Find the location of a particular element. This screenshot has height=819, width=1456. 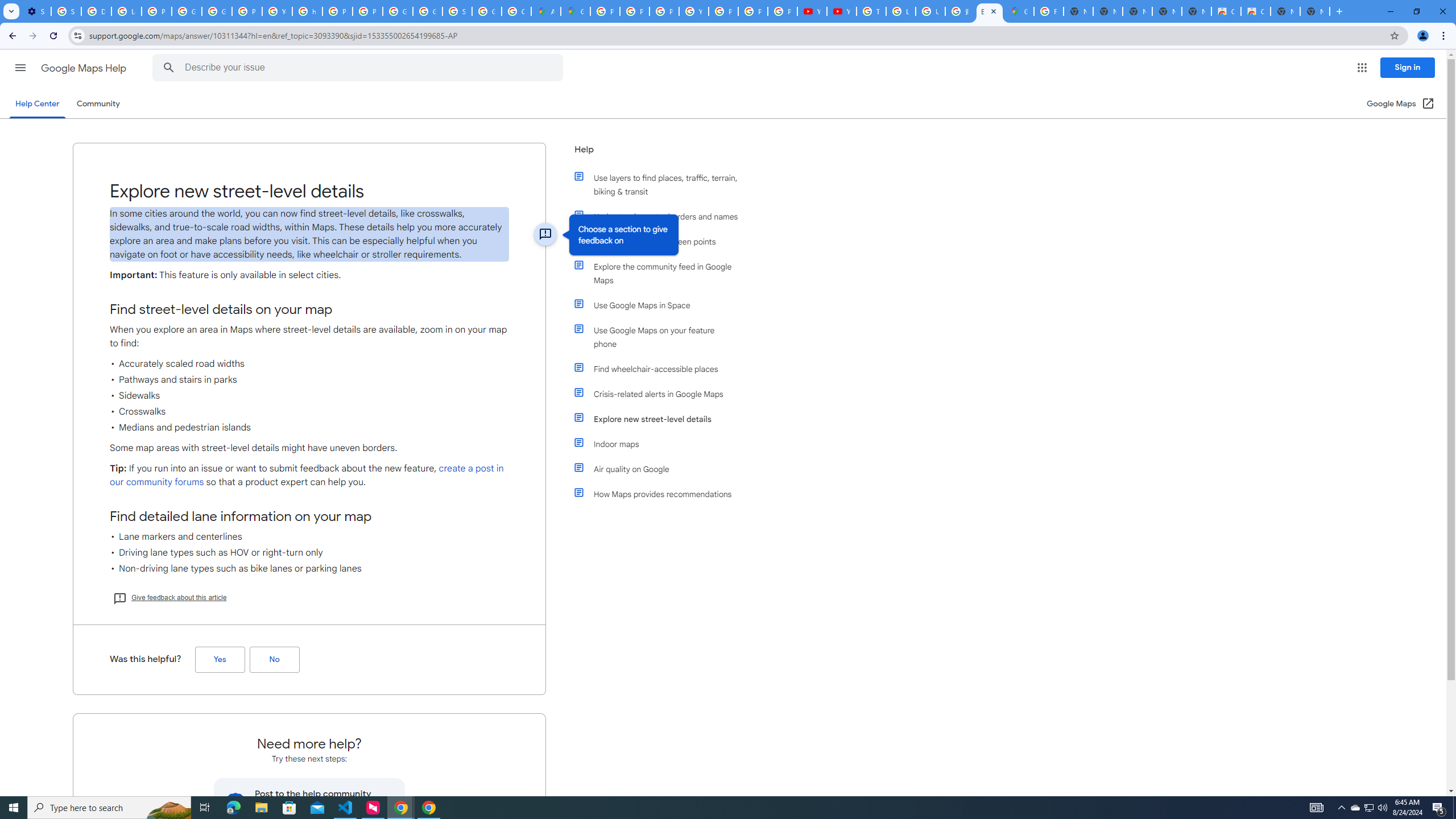

'Describe your issue' is located at coordinates (359, 67).